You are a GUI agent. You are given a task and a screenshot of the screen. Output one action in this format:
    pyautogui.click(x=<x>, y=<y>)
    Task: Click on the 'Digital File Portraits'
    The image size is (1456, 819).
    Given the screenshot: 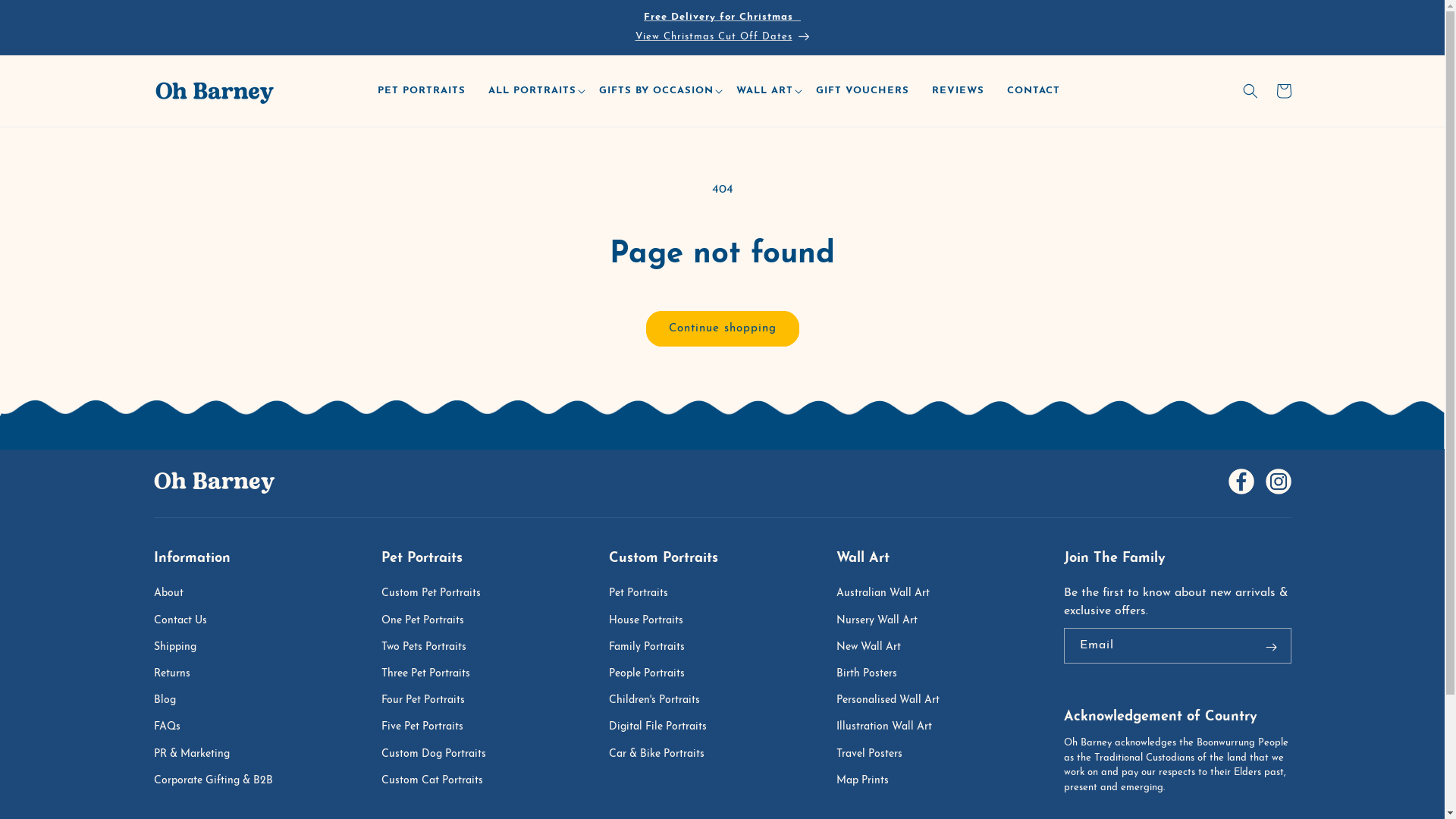 What is the action you would take?
    pyautogui.click(x=664, y=726)
    